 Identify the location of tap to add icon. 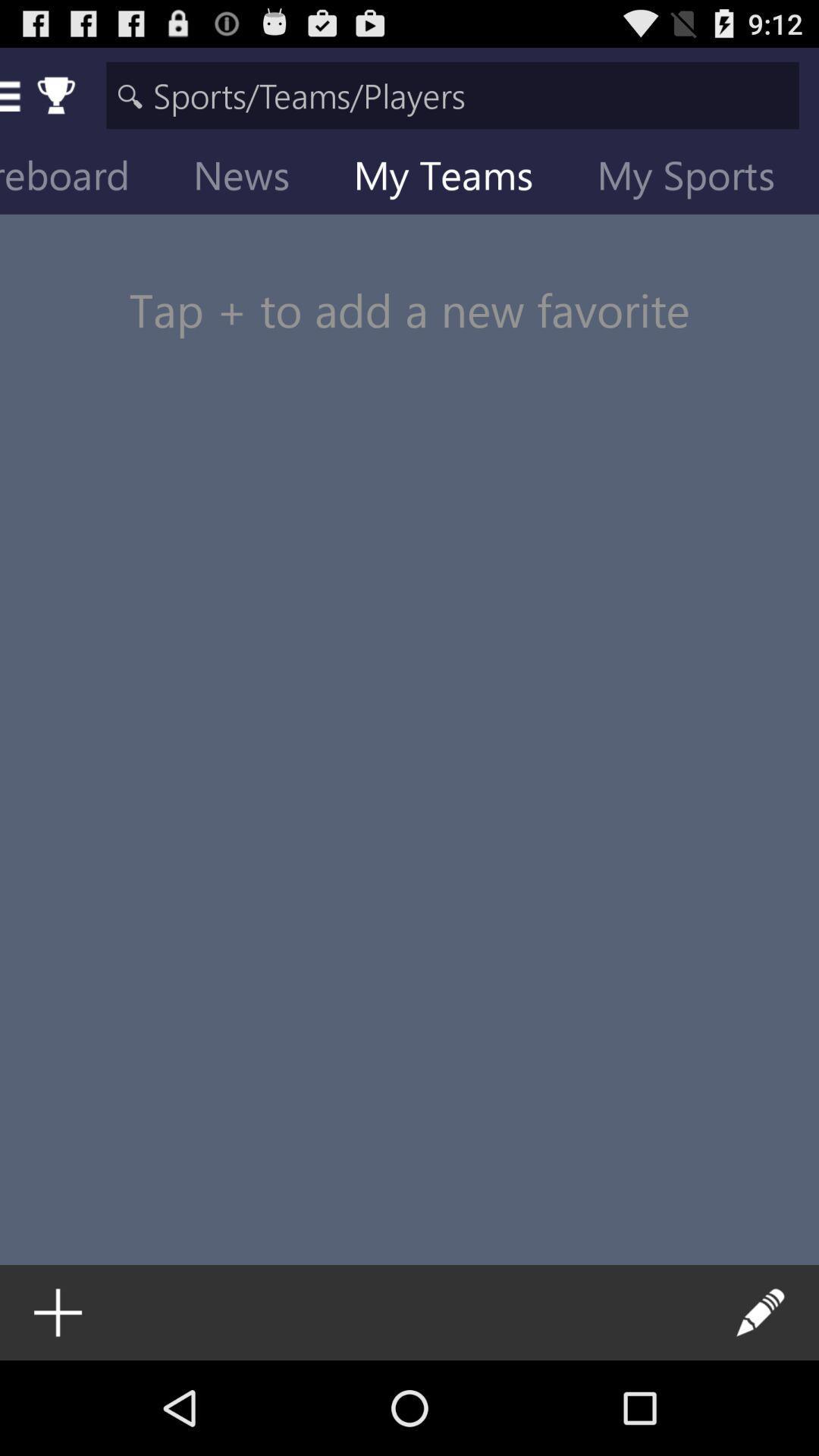
(409, 281).